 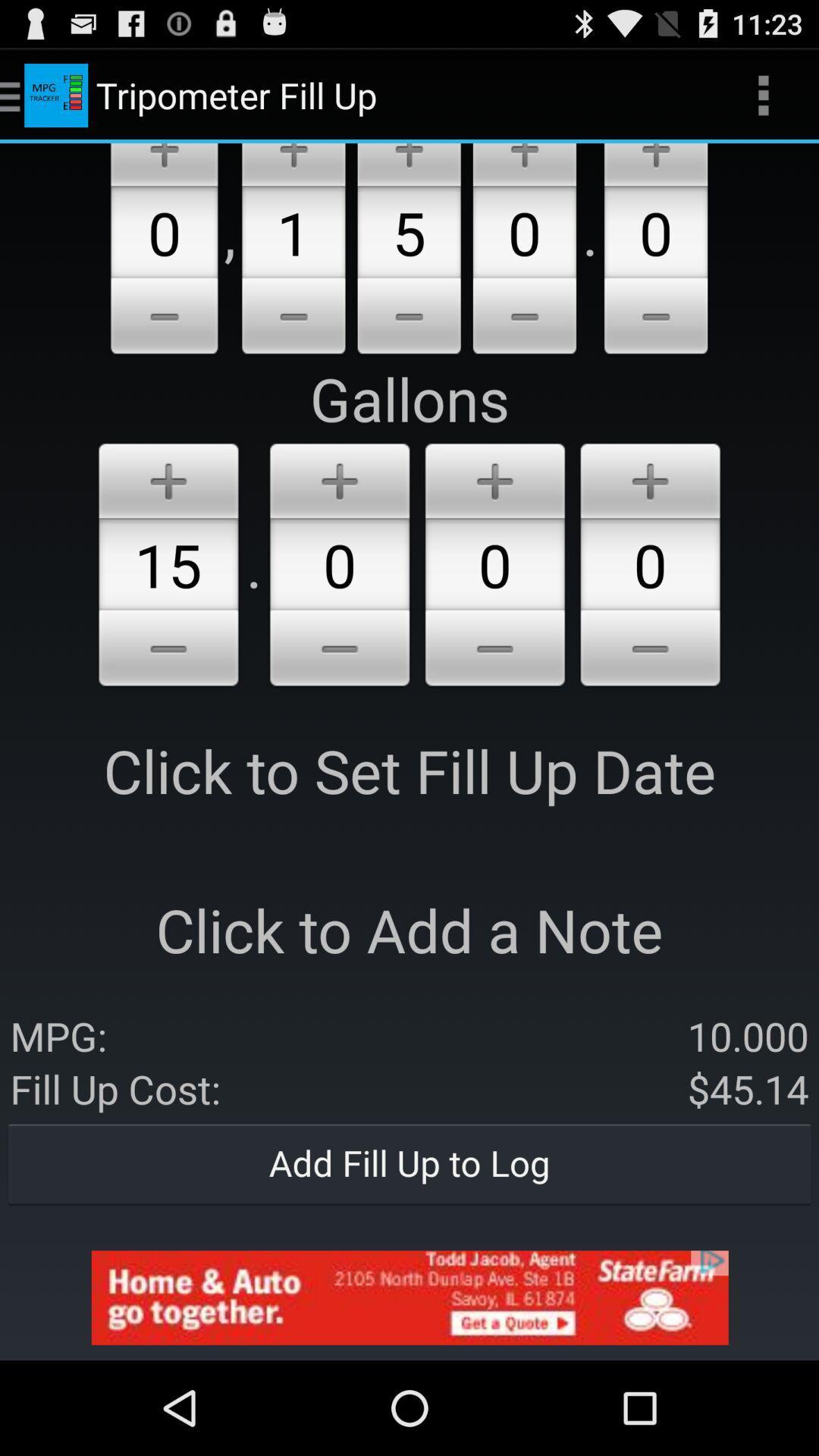 What do you see at coordinates (649, 651) in the screenshot?
I see `reduce` at bounding box center [649, 651].